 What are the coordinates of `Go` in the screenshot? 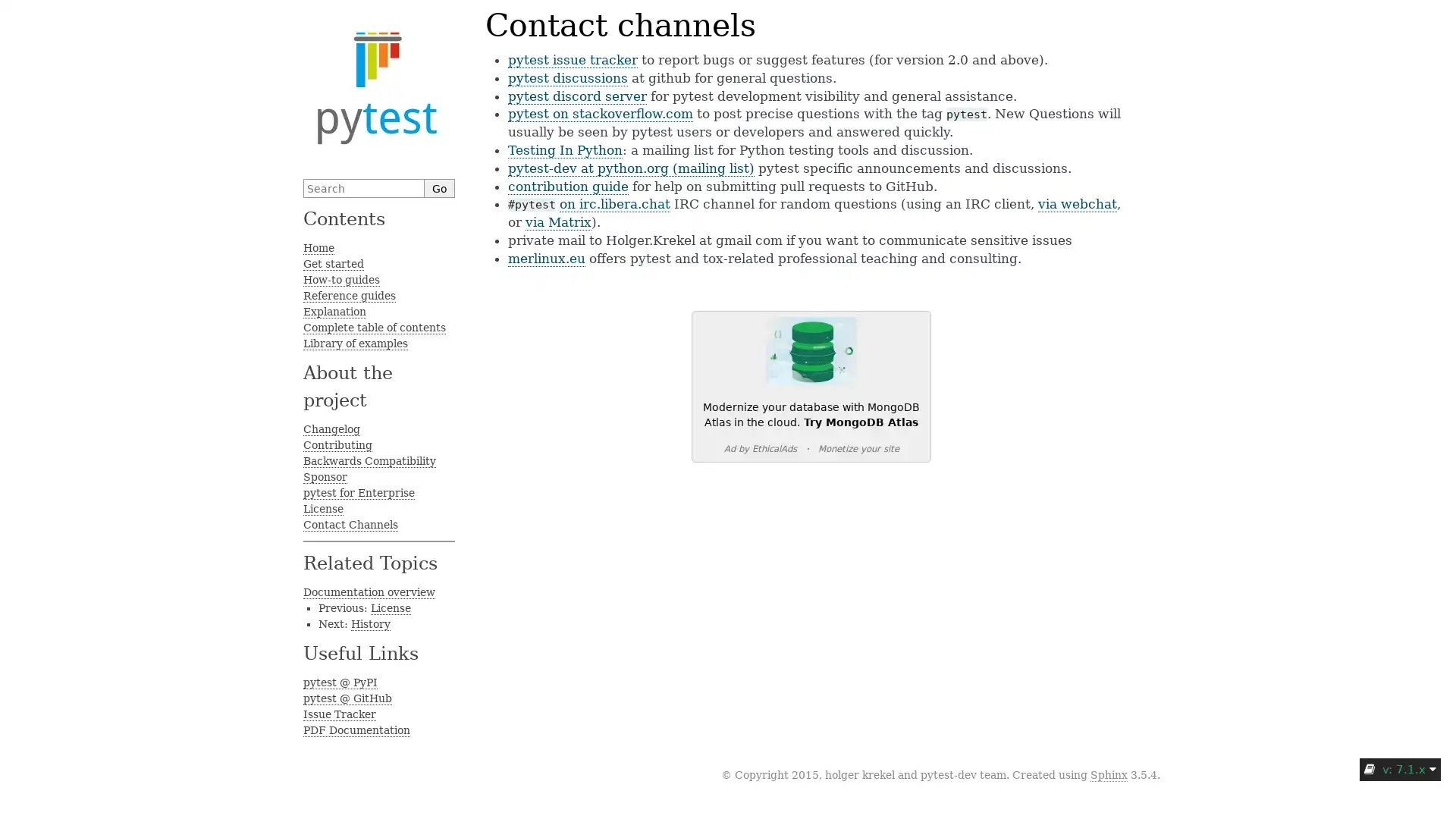 It's located at (439, 187).